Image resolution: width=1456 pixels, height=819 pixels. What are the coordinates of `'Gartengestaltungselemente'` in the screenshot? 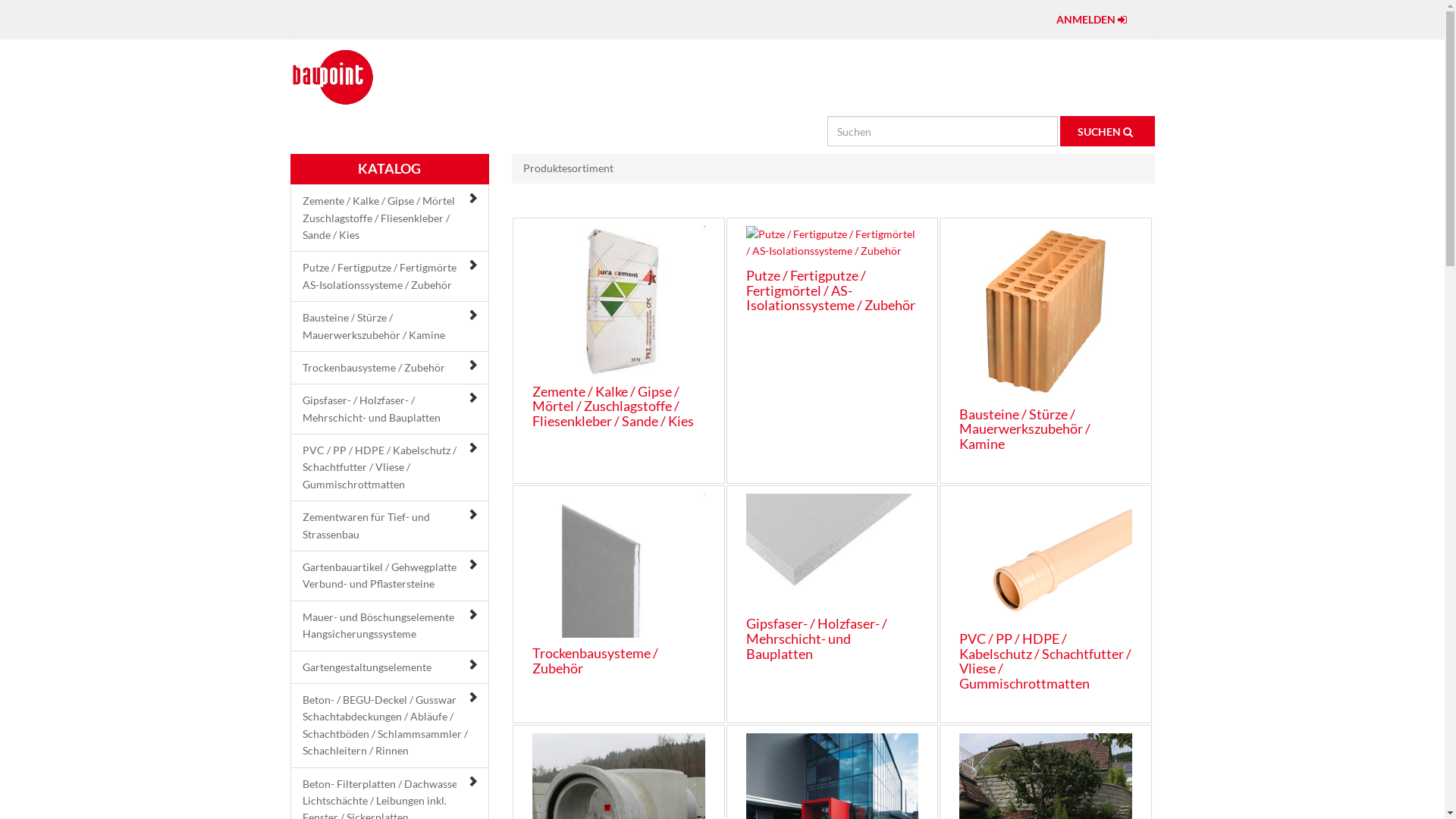 It's located at (302, 666).